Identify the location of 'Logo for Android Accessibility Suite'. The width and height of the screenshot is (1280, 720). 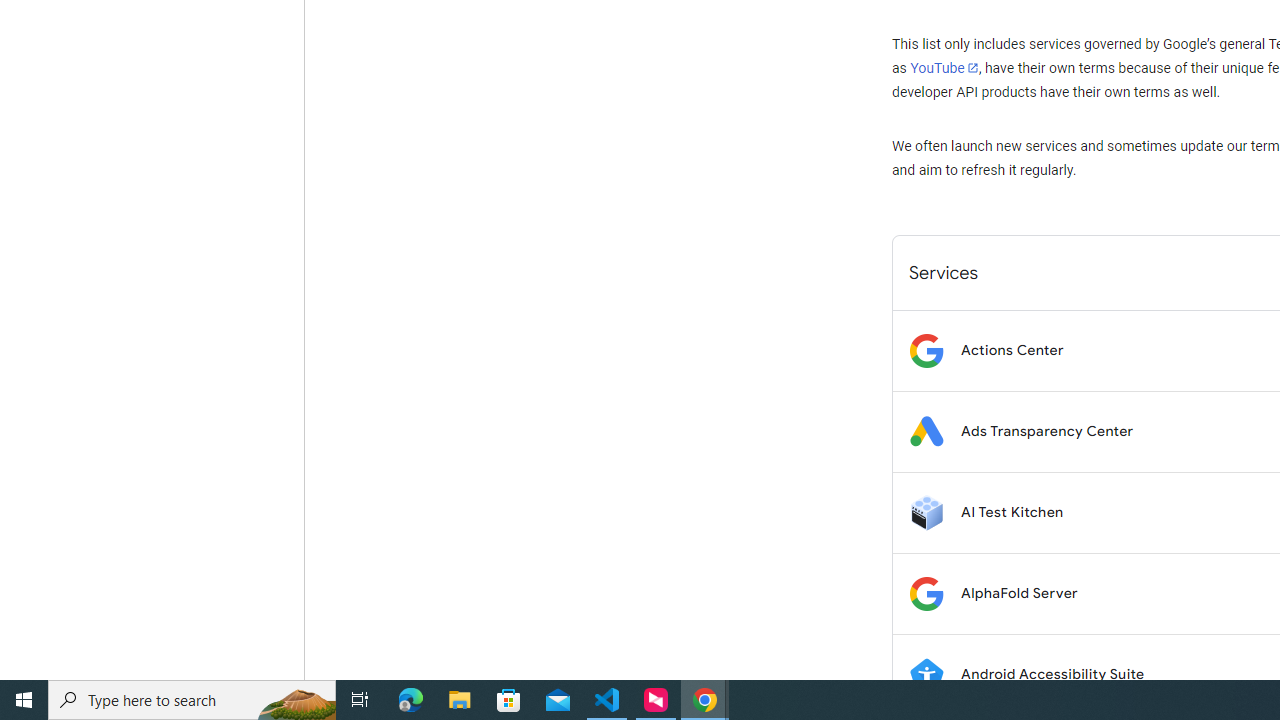
(925, 674).